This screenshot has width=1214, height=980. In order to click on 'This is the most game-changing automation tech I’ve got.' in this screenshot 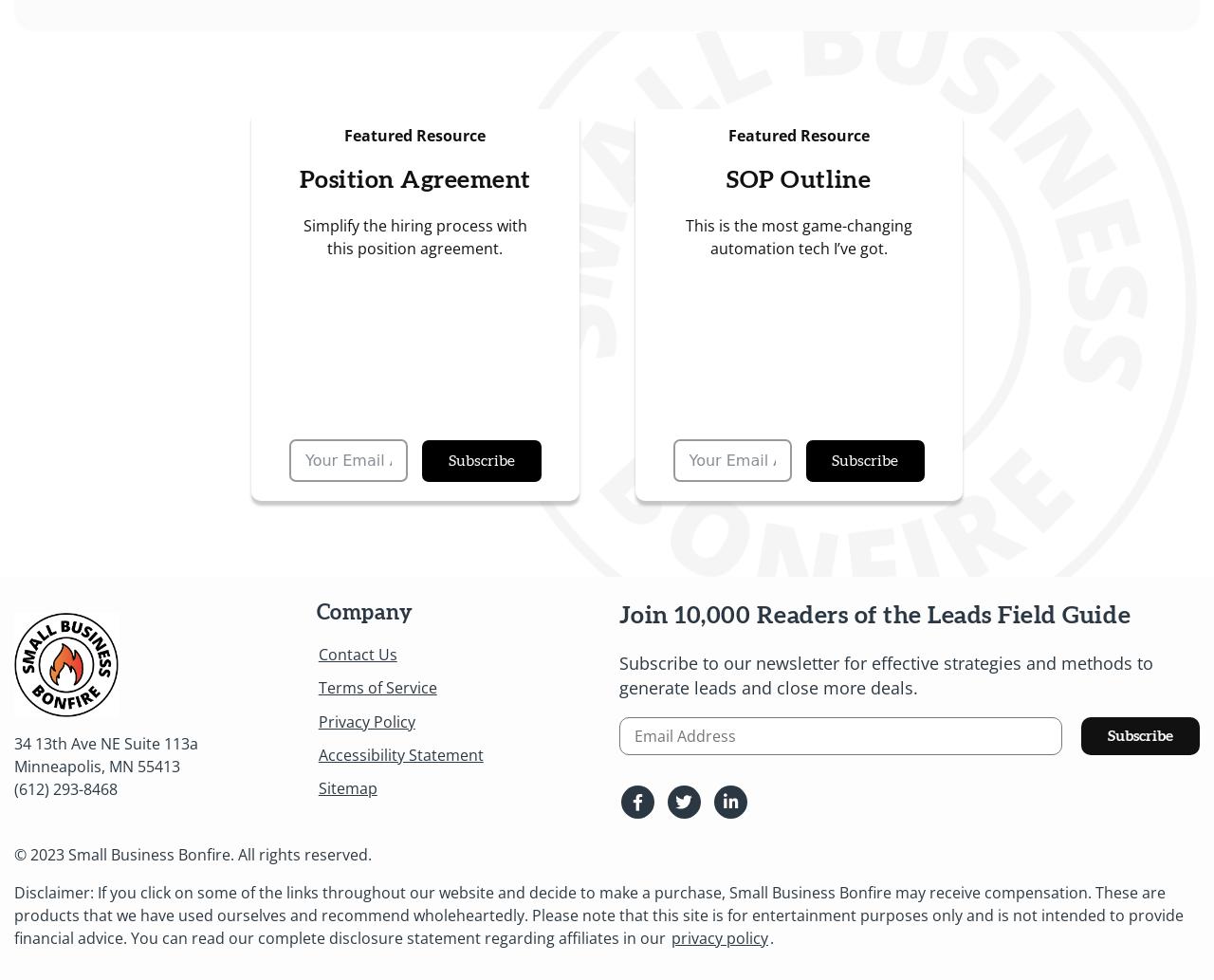, I will do `click(684, 234)`.